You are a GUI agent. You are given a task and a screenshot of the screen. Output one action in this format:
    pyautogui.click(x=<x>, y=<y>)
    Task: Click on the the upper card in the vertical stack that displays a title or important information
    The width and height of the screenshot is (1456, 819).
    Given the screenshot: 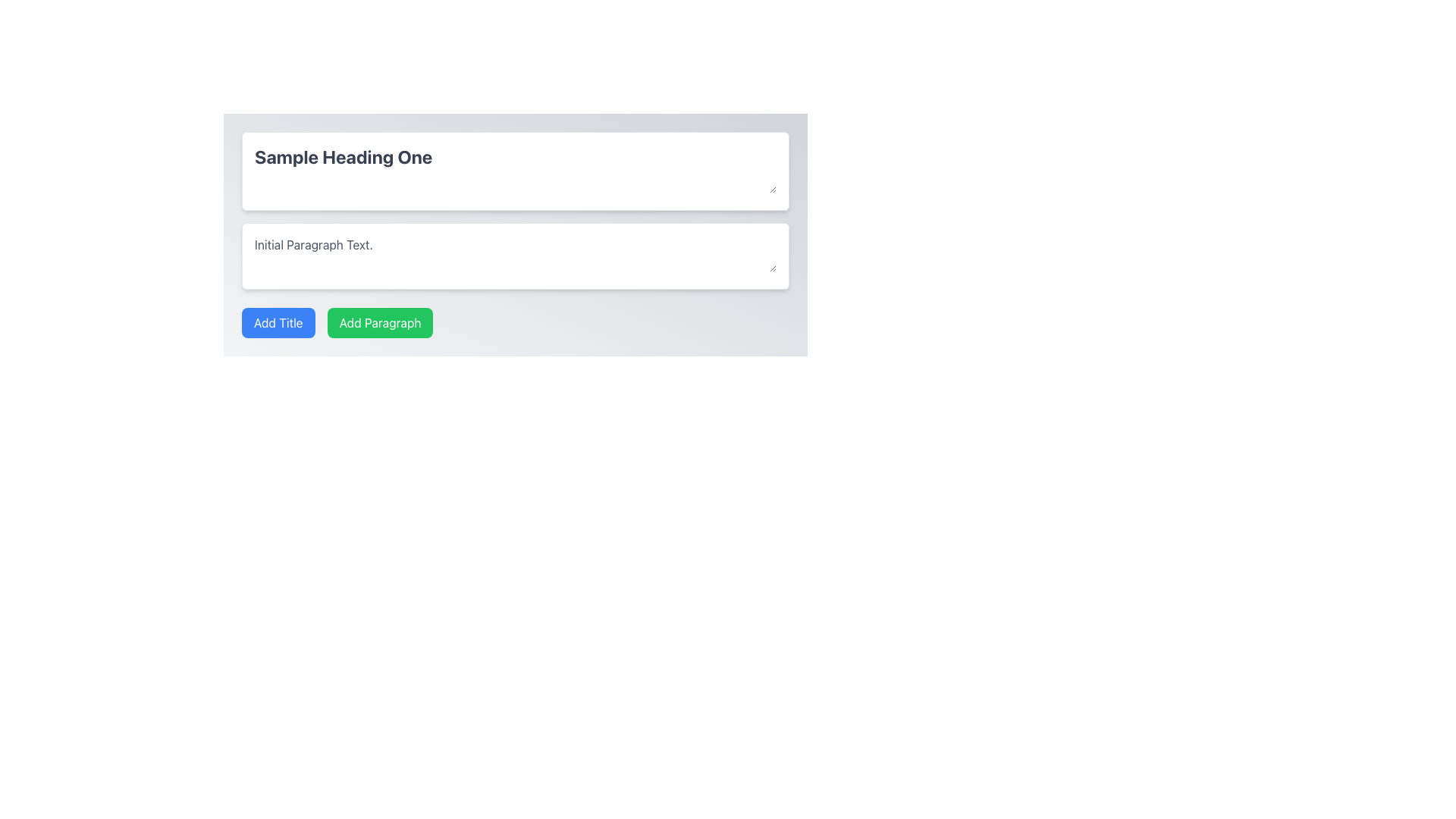 What is the action you would take?
    pyautogui.click(x=516, y=171)
    